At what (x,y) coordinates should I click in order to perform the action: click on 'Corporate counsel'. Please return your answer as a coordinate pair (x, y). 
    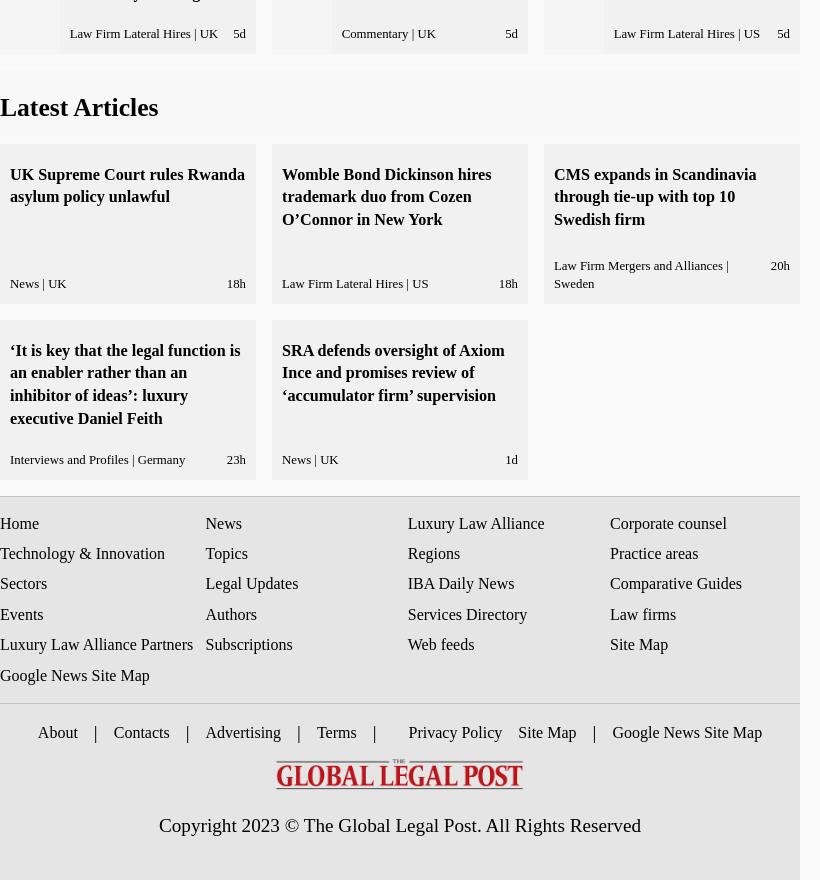
    Looking at the image, I should click on (667, 521).